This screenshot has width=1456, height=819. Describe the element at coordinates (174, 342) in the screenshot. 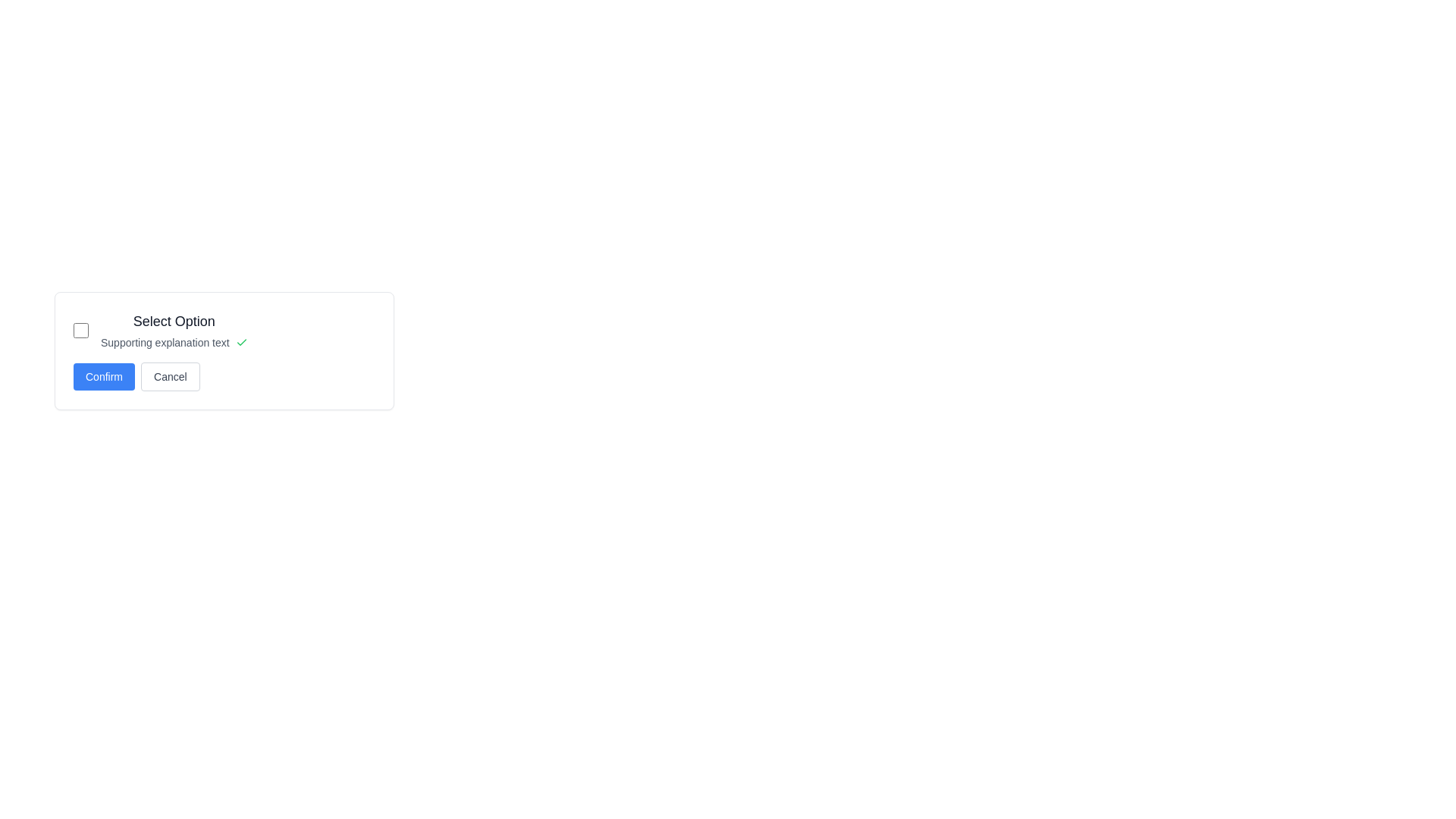

I see `the text styled as 'Supporting explanation text' with a green checkmark icon, located directly below the title 'Select Option'` at that location.